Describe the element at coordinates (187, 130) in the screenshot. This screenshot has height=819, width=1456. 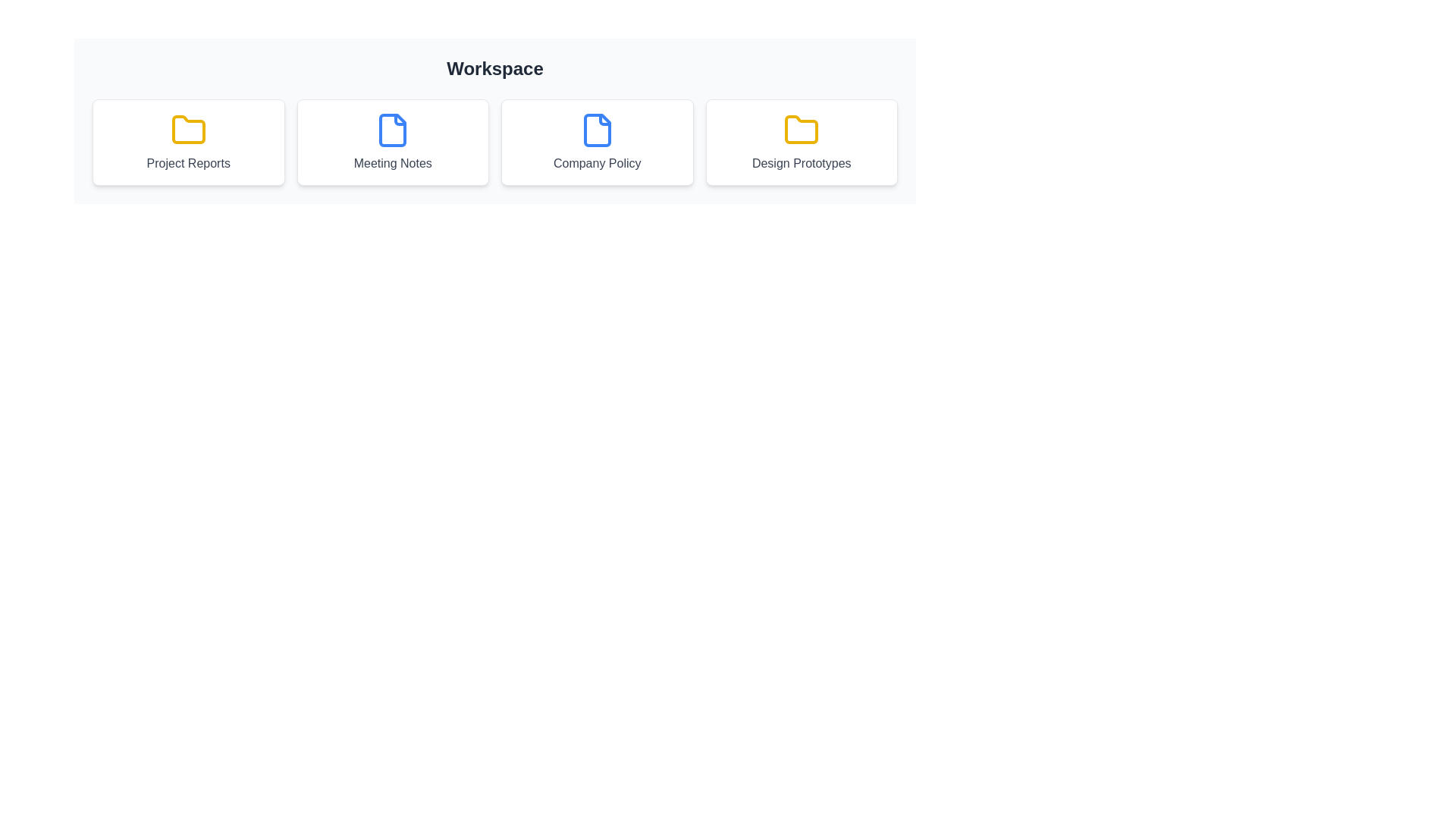
I see `the yellow folder icon in the 'Project Reports' card layout, which is located in the top-left corner of the card and labeled 'Project Reports'` at that location.